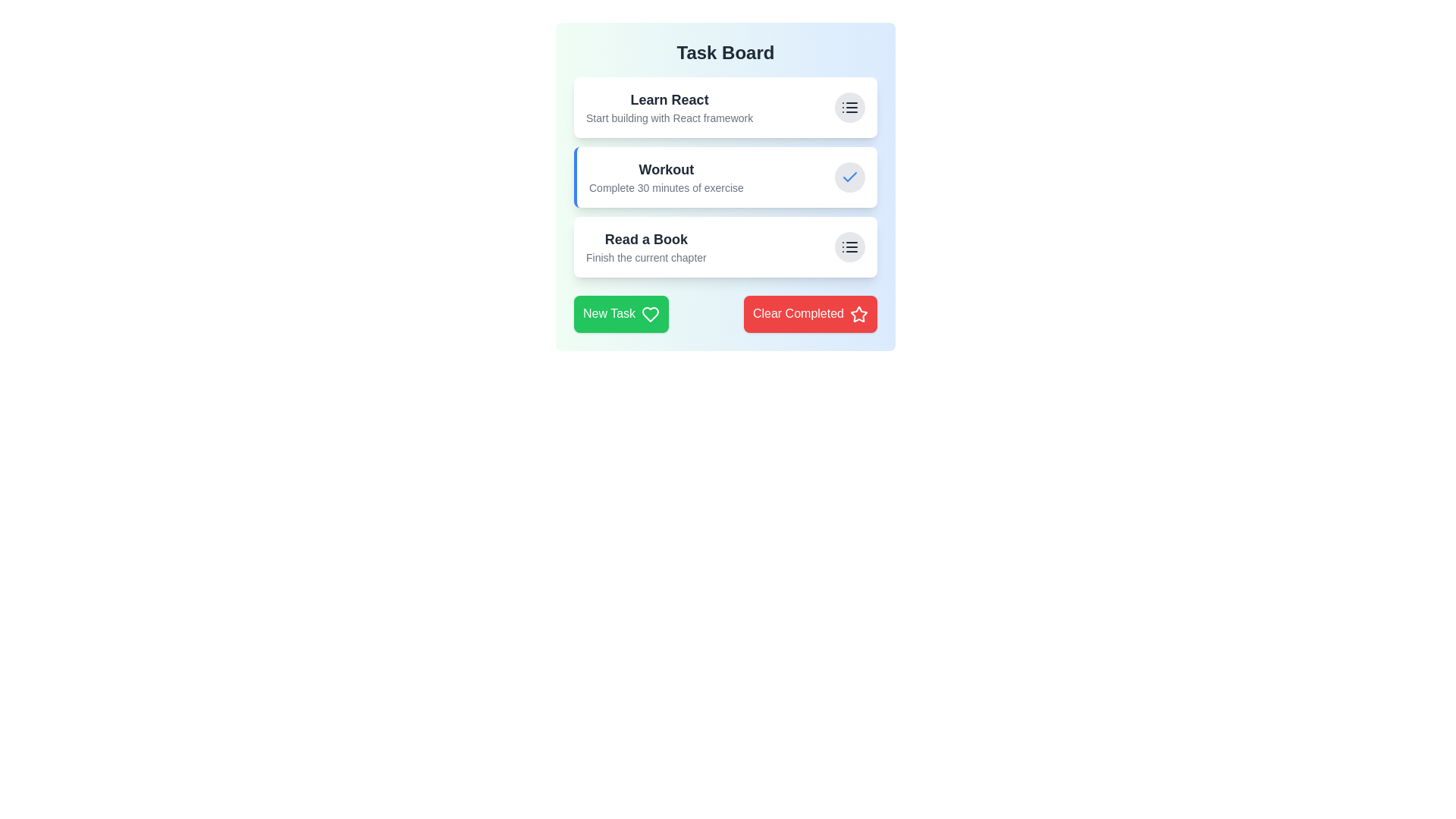 This screenshot has width=1456, height=819. I want to click on 'Clear Completed' button to remove completed tasks, so click(809, 312).